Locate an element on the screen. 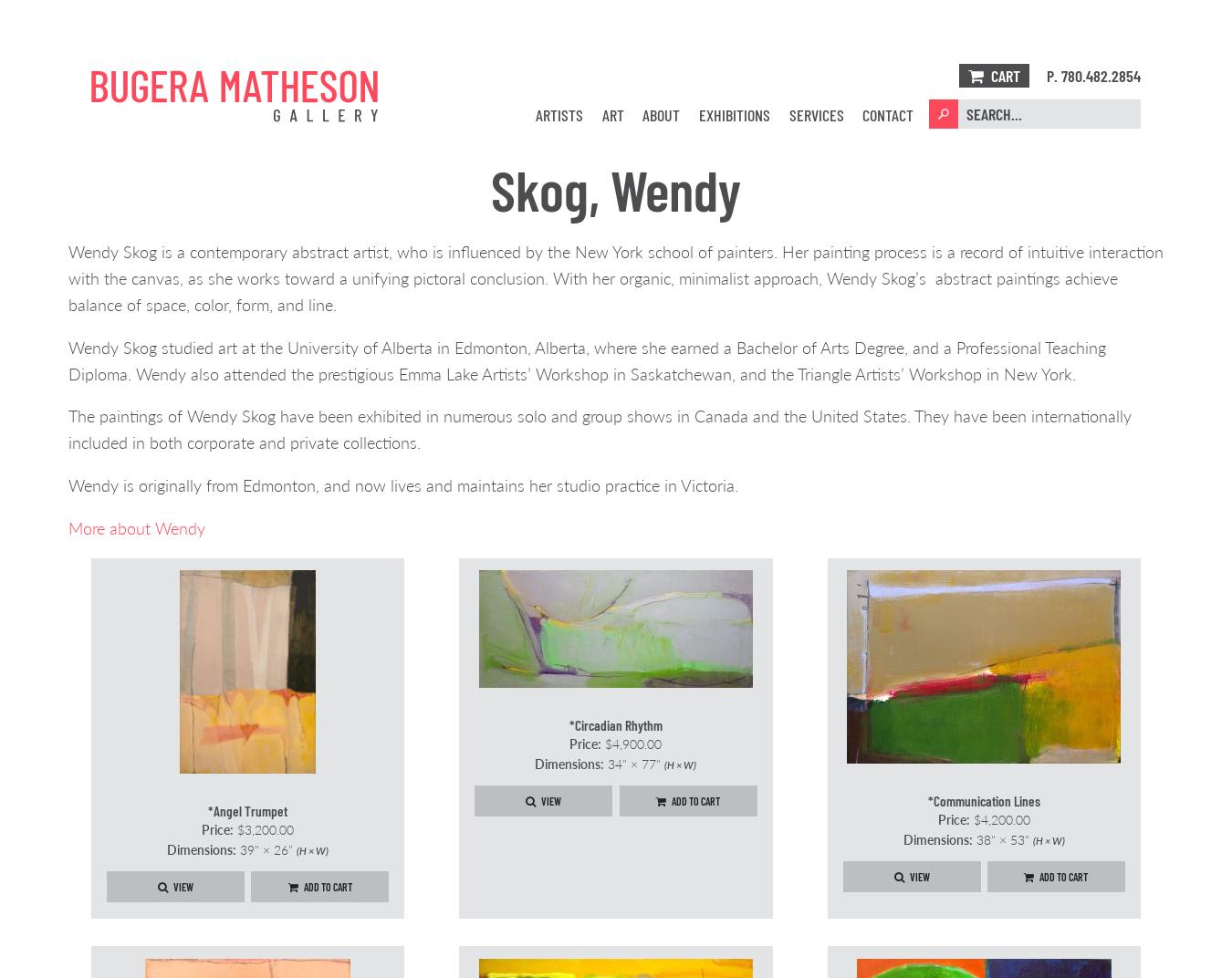 This screenshot has width=1232, height=978. 'More about Wendy' is located at coordinates (136, 525).